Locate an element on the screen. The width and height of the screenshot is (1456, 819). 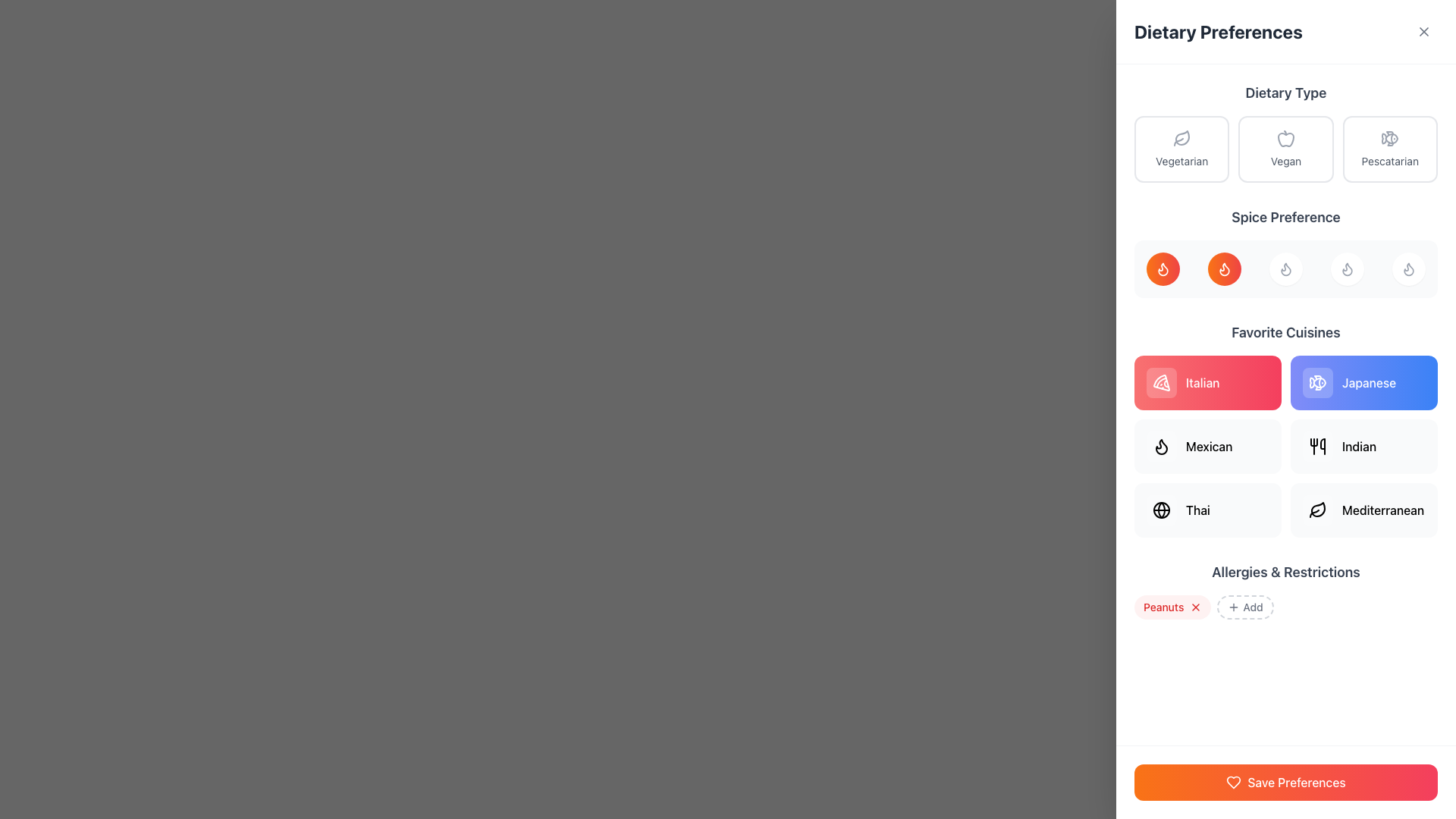
the leftmost selectable button for spice preference to set it to the lowest level is located at coordinates (1163, 268).